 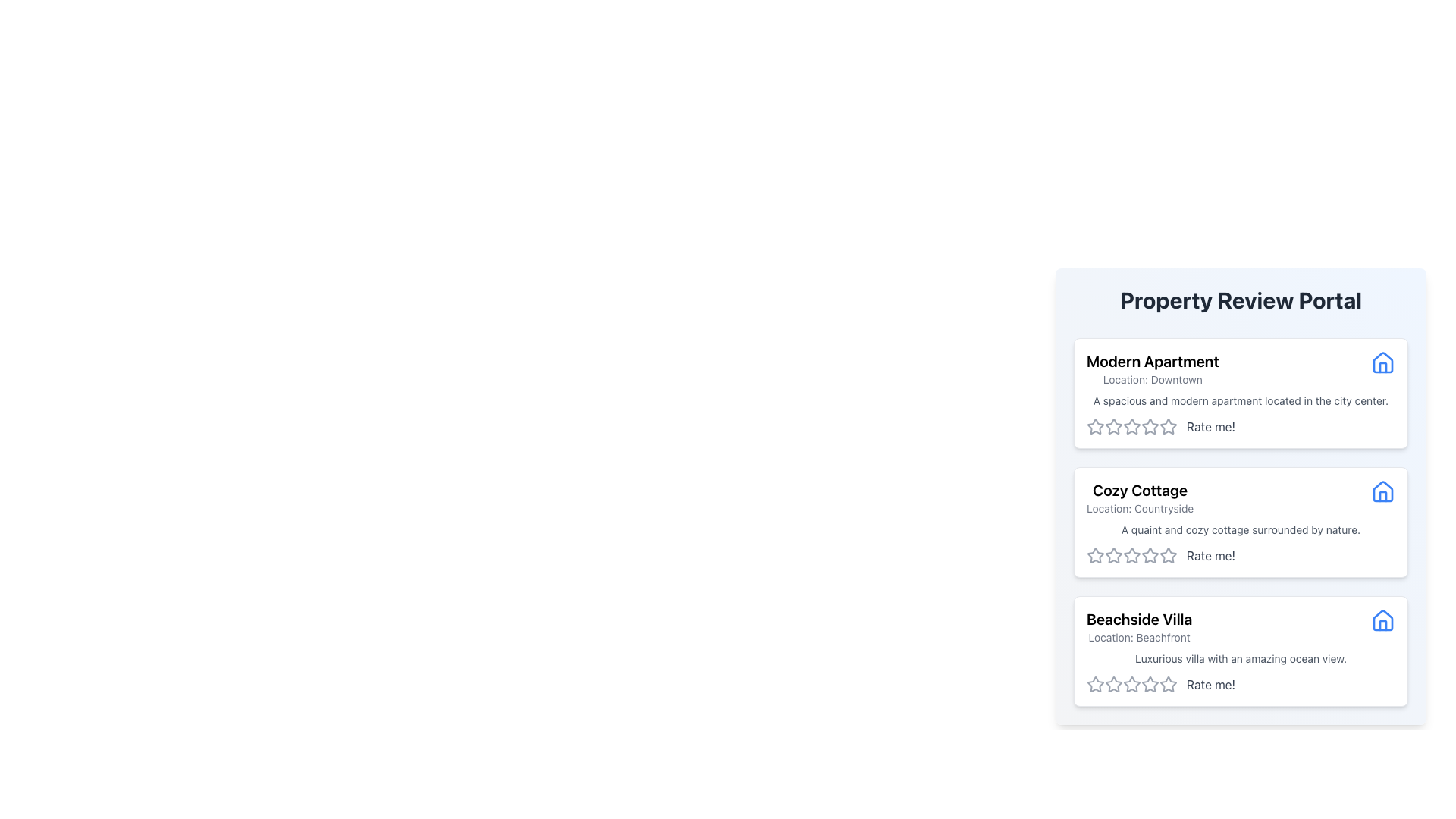 What do you see at coordinates (1383, 497) in the screenshot?
I see `the lower central part of the house icon within the 'Cozy Cottage' entry in the list` at bounding box center [1383, 497].